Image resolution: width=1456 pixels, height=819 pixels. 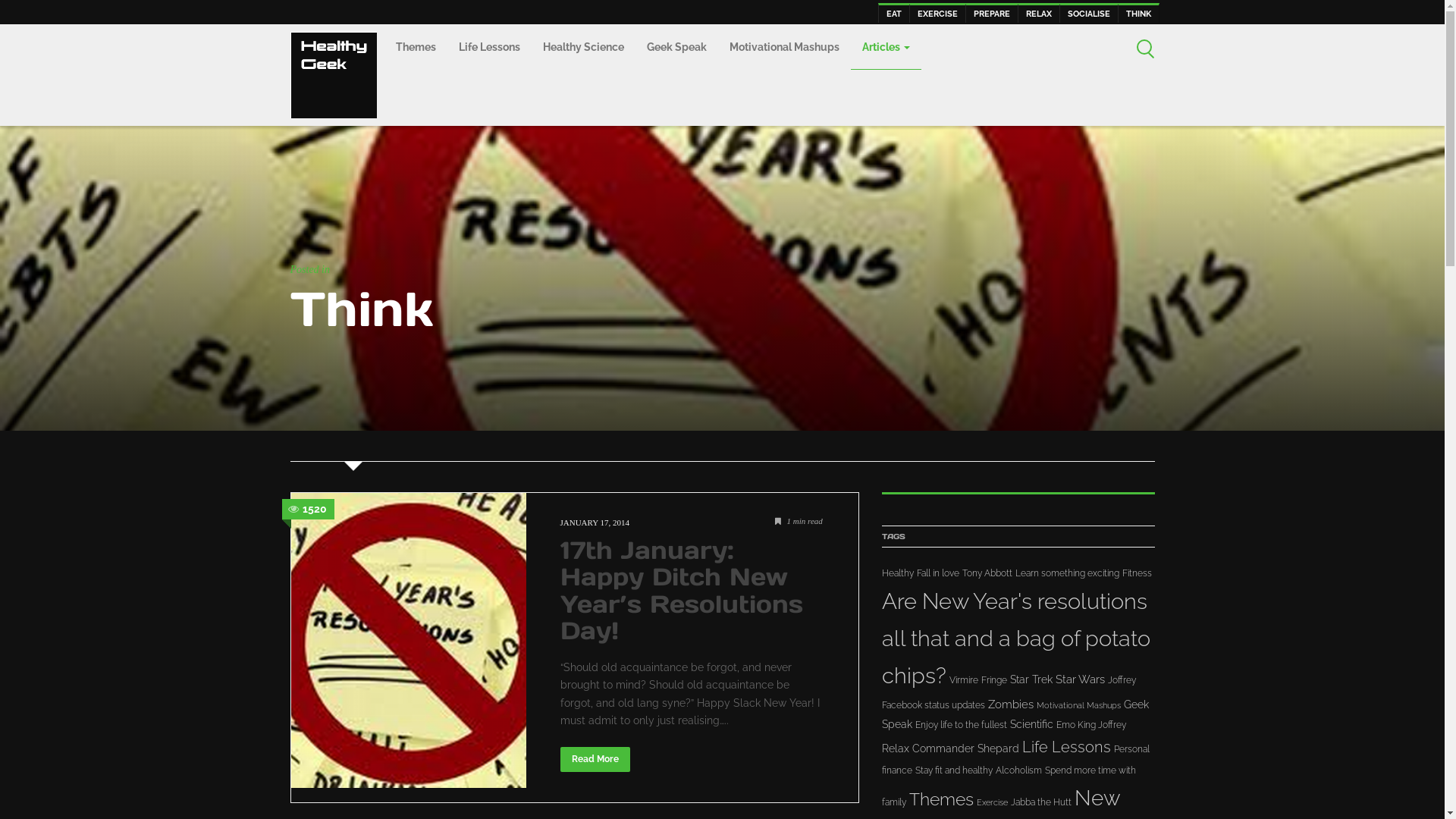 I want to click on 'Themes', so click(x=383, y=47).